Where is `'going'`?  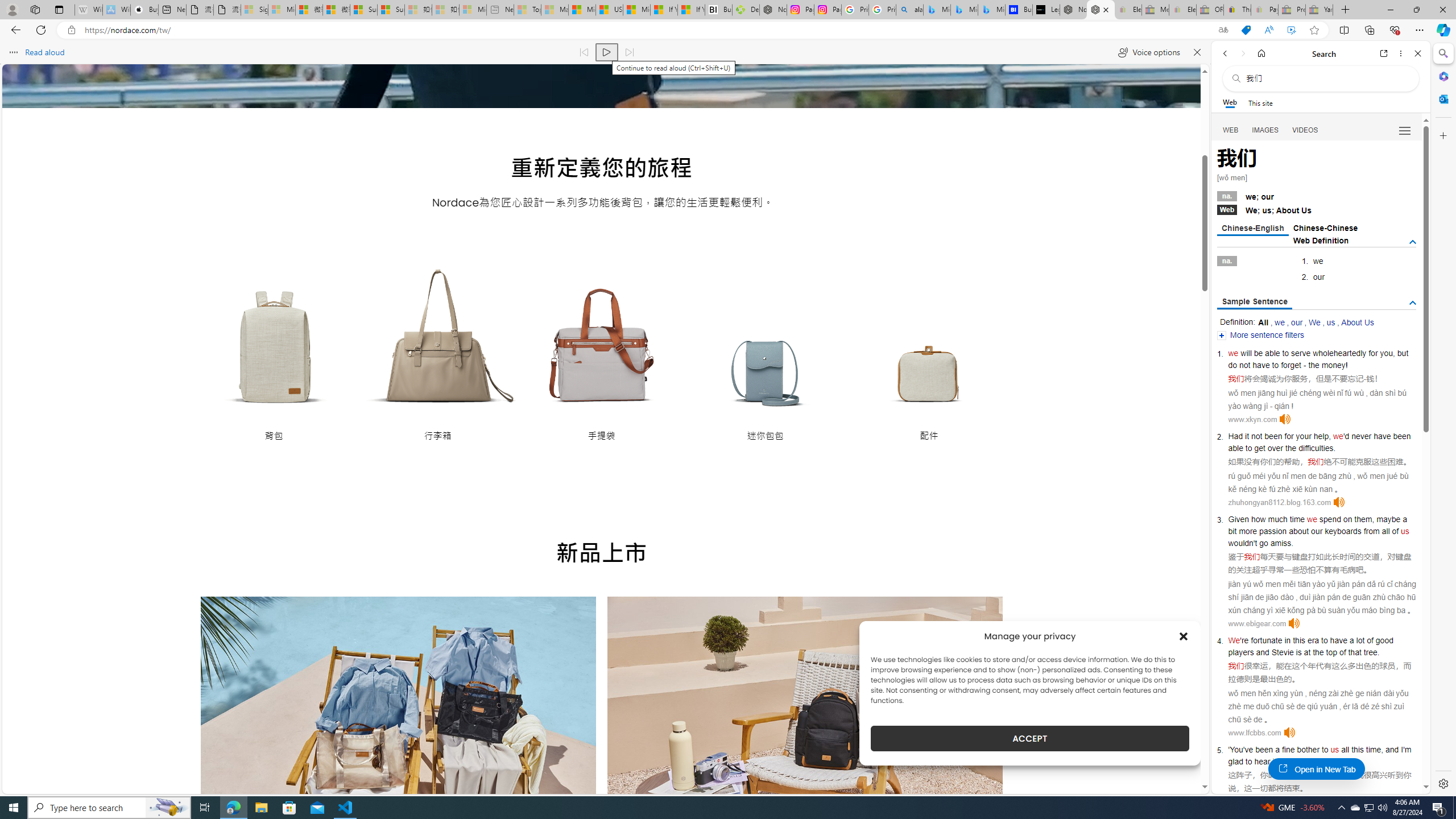
'going' is located at coordinates (1293, 760).